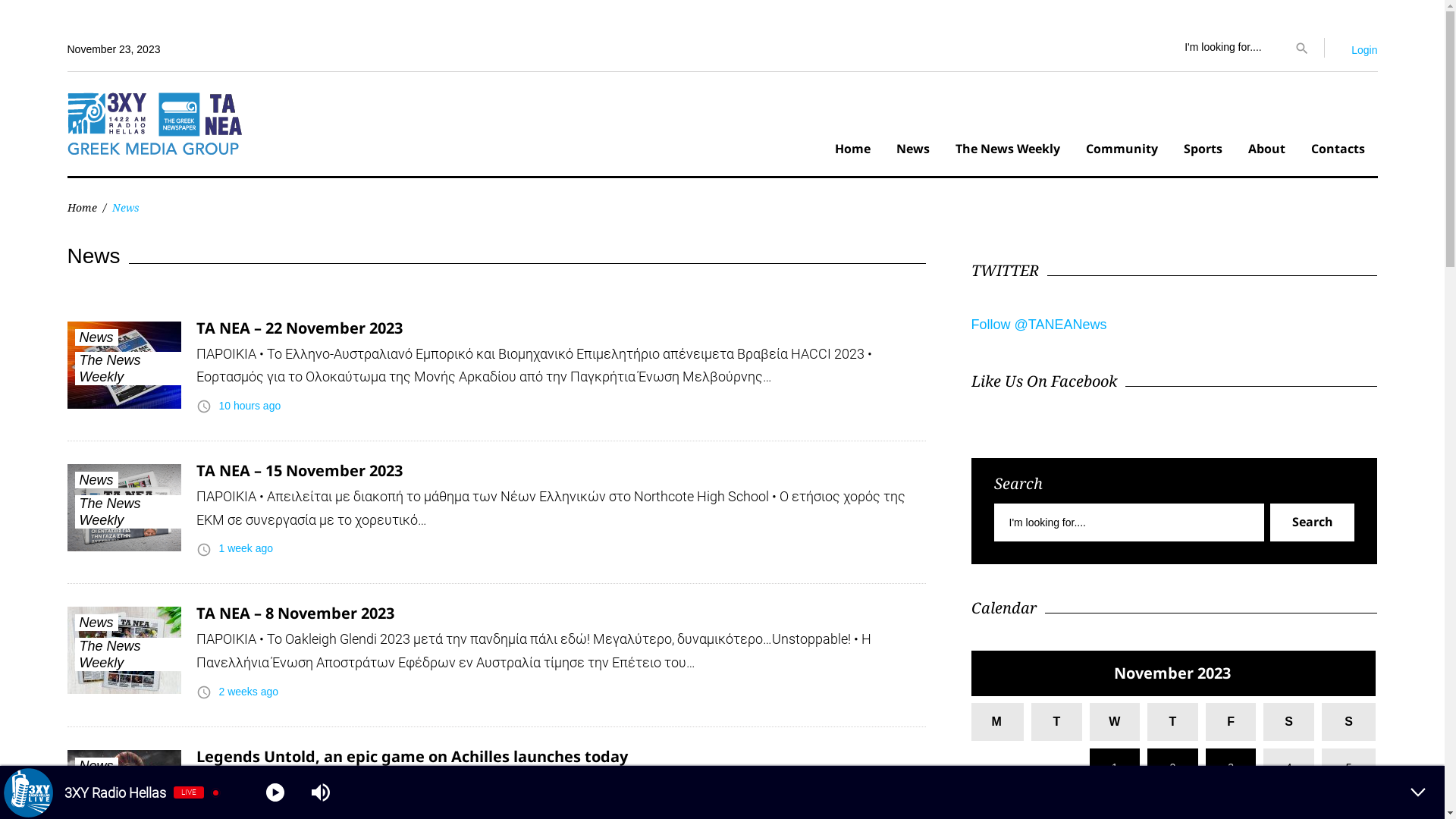 This screenshot has height=819, width=1456. Describe the element at coordinates (95, 479) in the screenshot. I see `'News'` at that location.